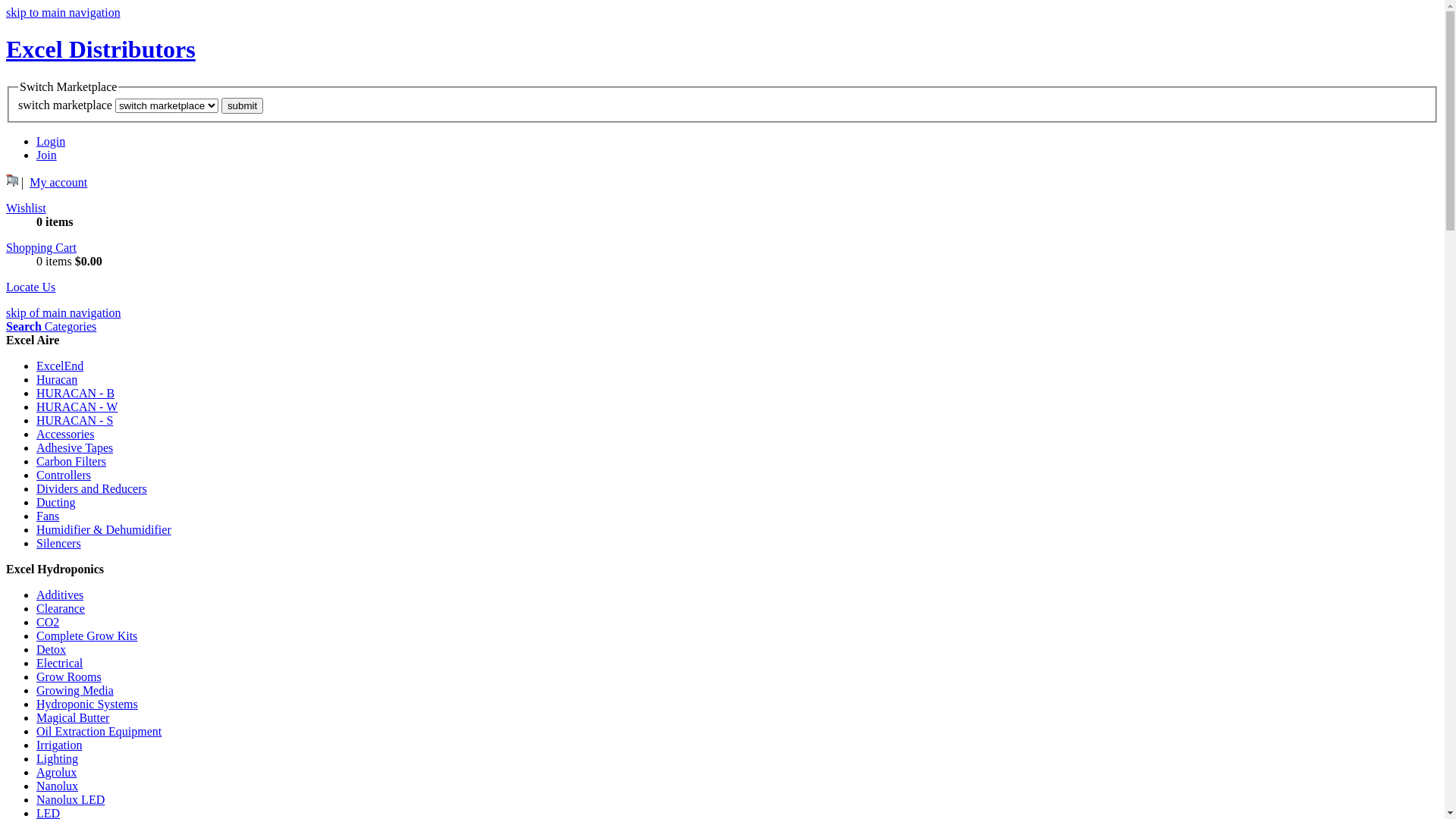 This screenshot has width=1456, height=819. I want to click on 'Magical Butter', so click(72, 717).